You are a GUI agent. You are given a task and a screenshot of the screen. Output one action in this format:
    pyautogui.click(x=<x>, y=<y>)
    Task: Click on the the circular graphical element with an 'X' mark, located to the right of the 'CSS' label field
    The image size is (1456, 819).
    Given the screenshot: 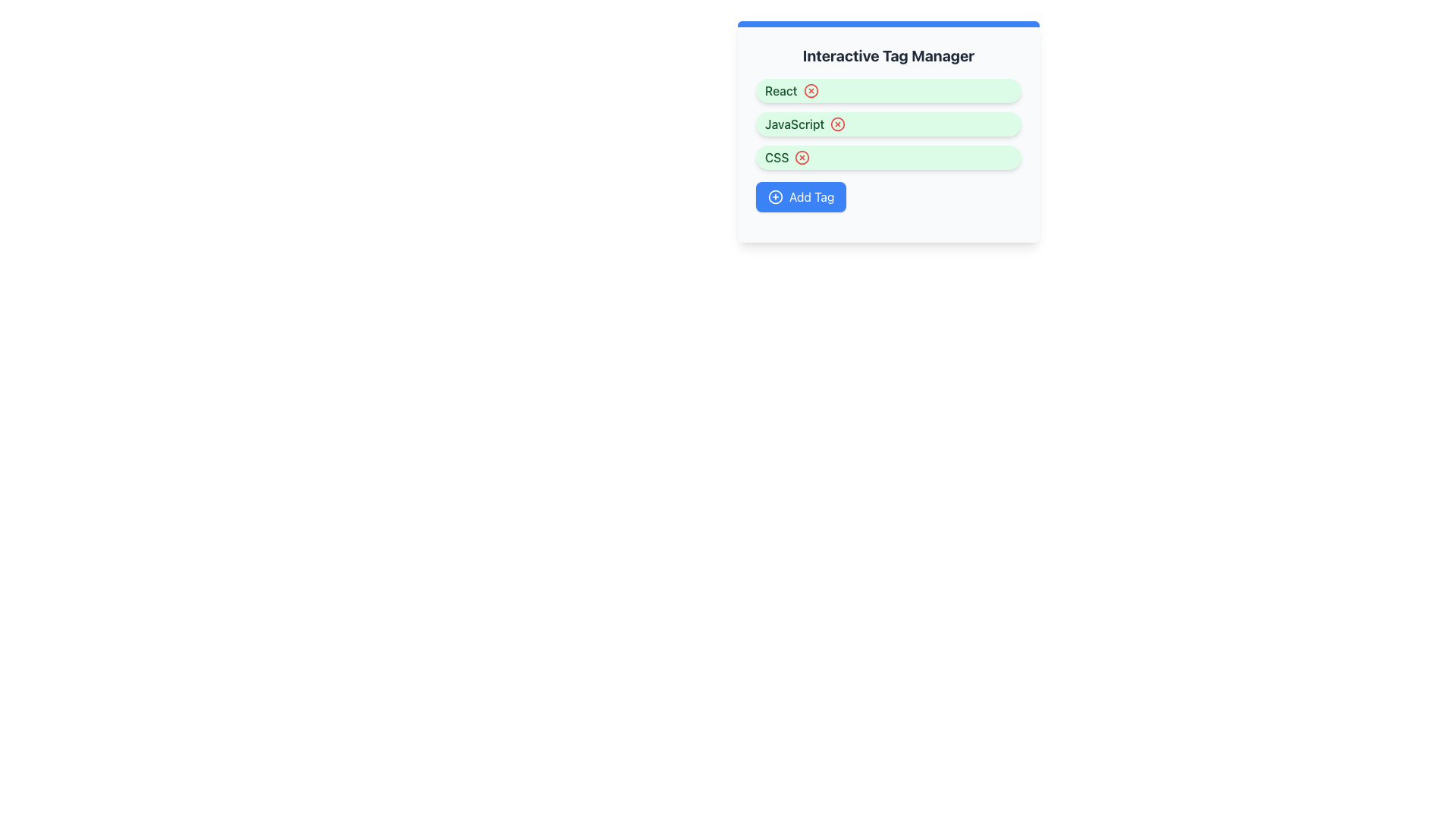 What is the action you would take?
    pyautogui.click(x=802, y=158)
    